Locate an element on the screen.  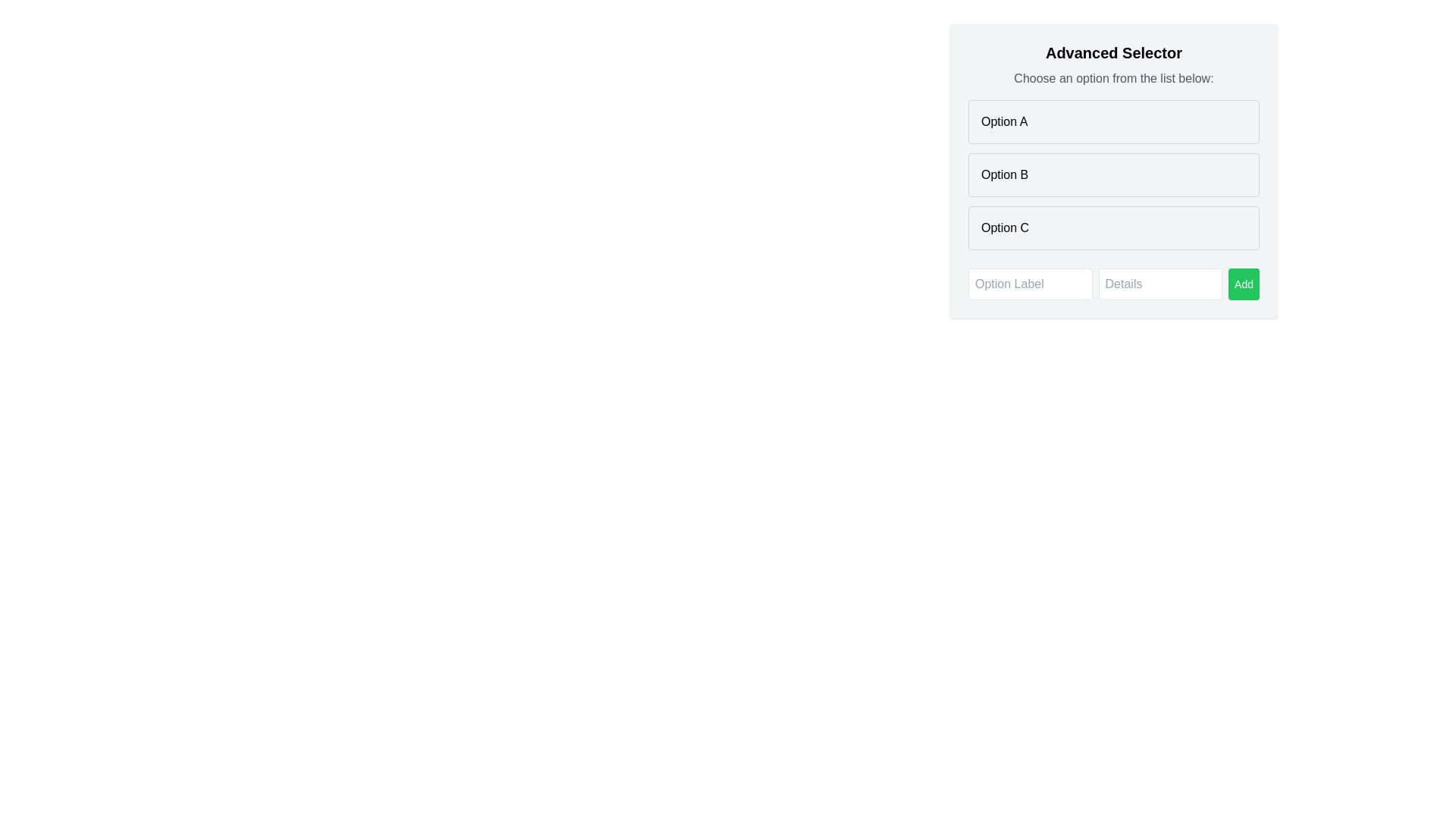
the 'Option B' button located between 'Option A' and 'Option C' is located at coordinates (1113, 171).